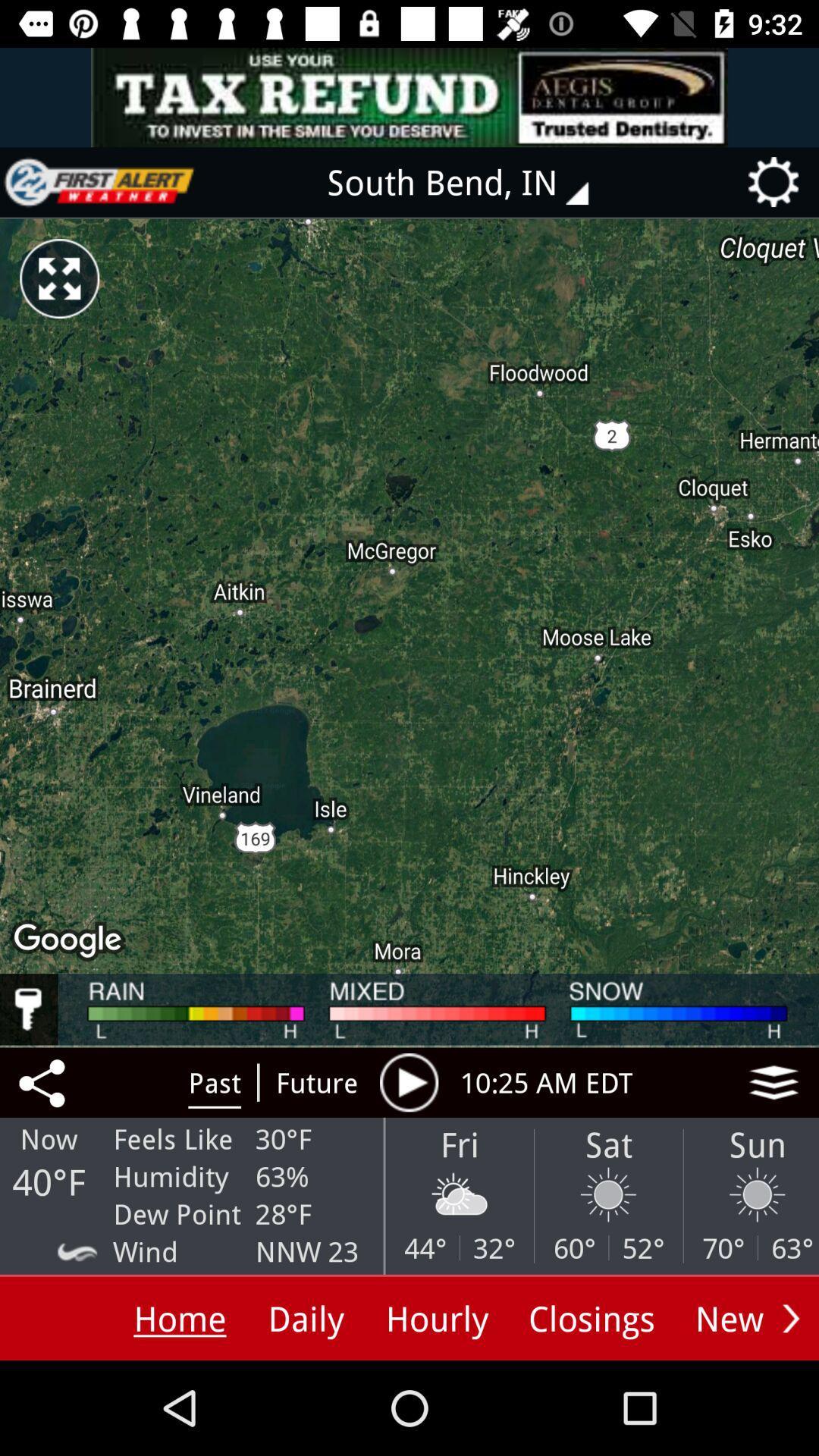 The width and height of the screenshot is (819, 1456). I want to click on play, so click(408, 1081).